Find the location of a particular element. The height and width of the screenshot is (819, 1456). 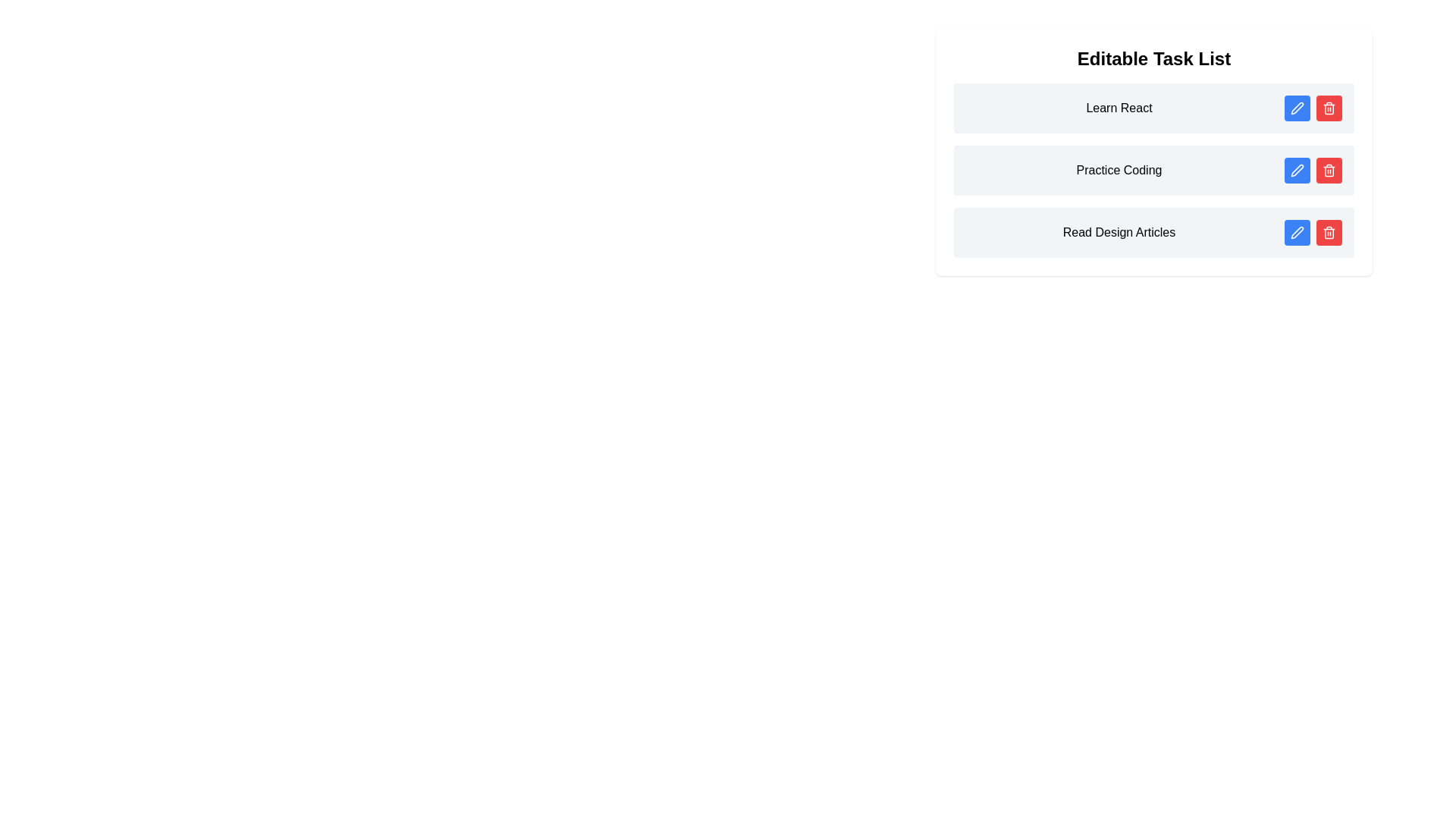

the edit pen icon located to the right of the 'Read Design Articles' label is located at coordinates (1296, 233).